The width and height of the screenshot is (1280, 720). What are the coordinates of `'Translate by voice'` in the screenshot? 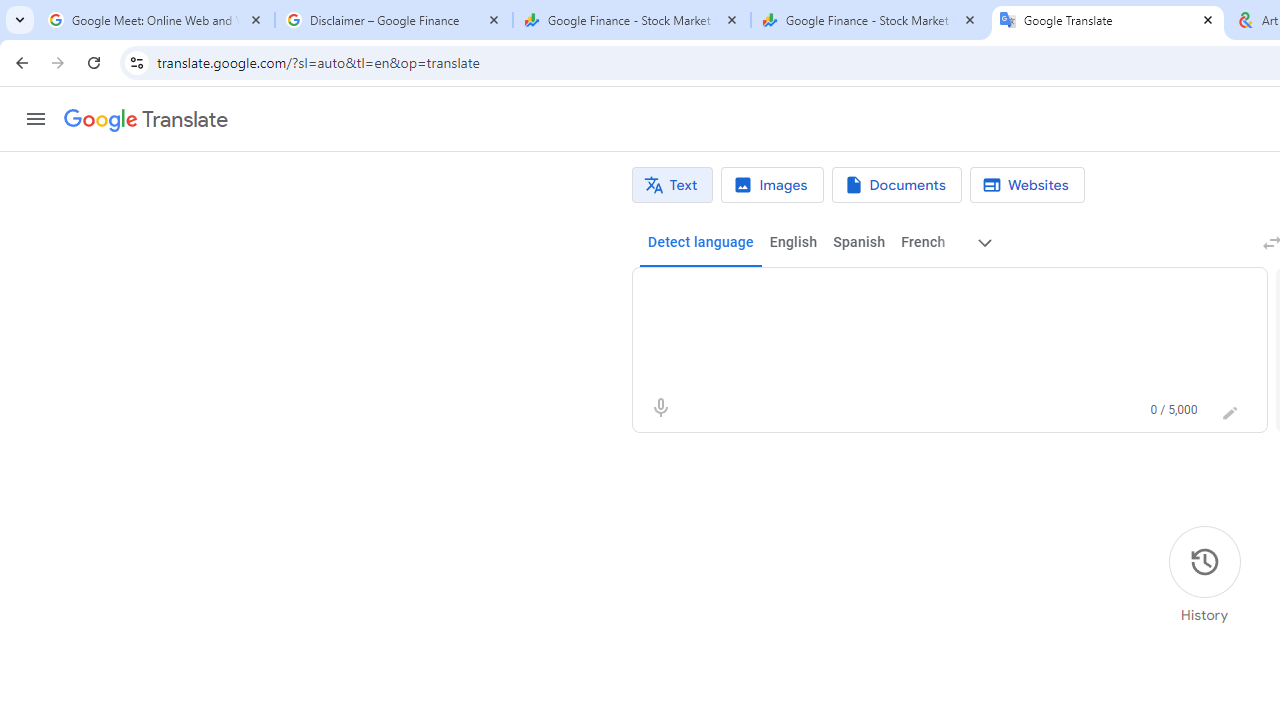 It's located at (660, 406).